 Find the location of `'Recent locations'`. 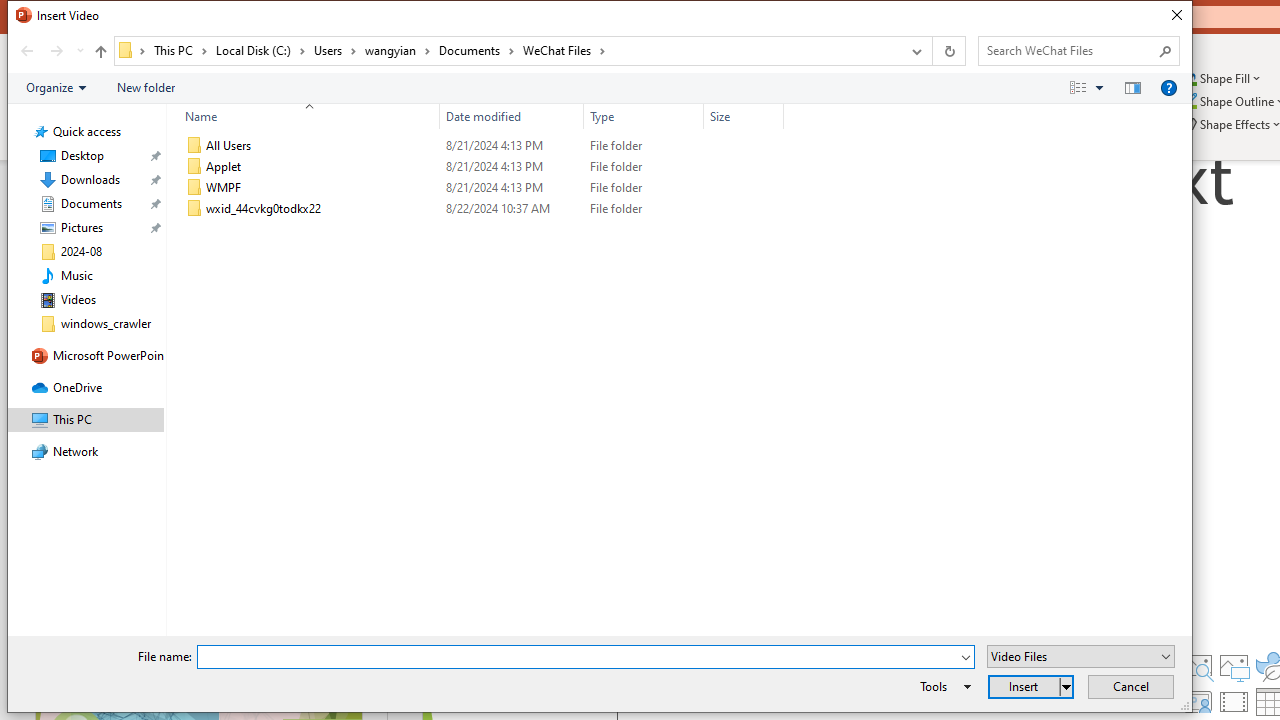

'Recent locations' is located at coordinates (79, 50).